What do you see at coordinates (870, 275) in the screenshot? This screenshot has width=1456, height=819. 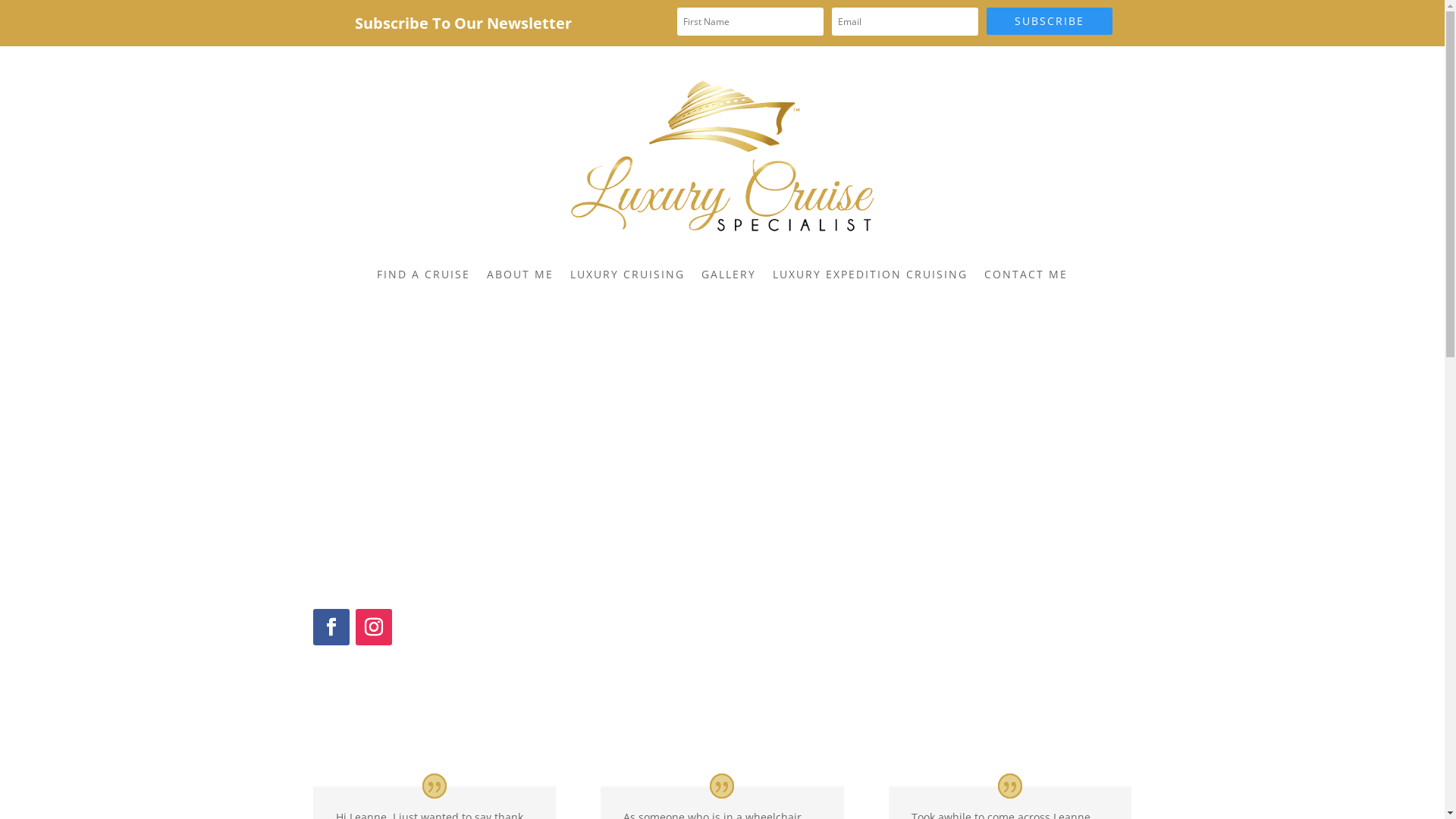 I see `'LUXURY EXPEDITION CRUISING'` at bounding box center [870, 275].